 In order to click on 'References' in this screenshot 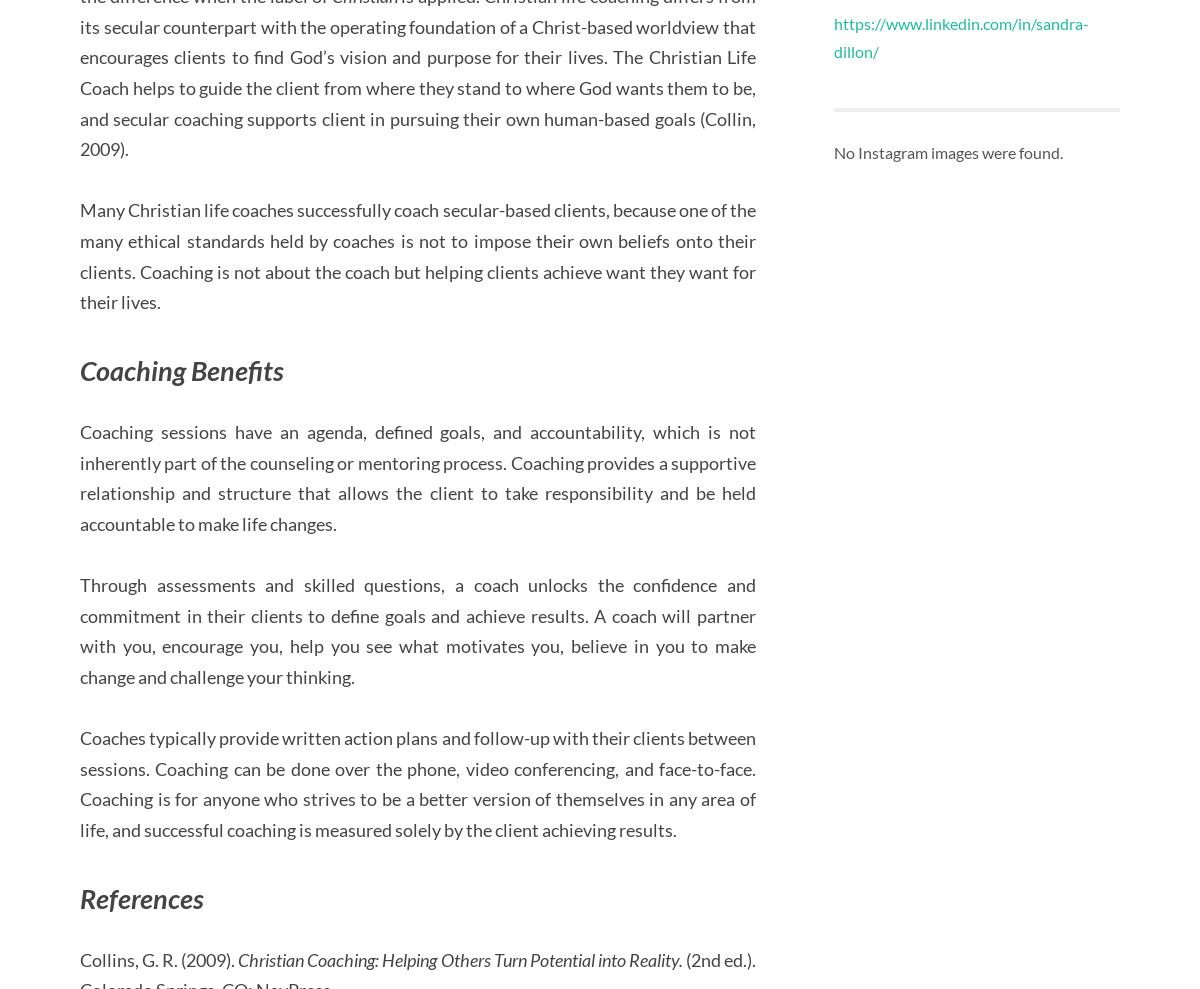, I will do `click(141, 897)`.